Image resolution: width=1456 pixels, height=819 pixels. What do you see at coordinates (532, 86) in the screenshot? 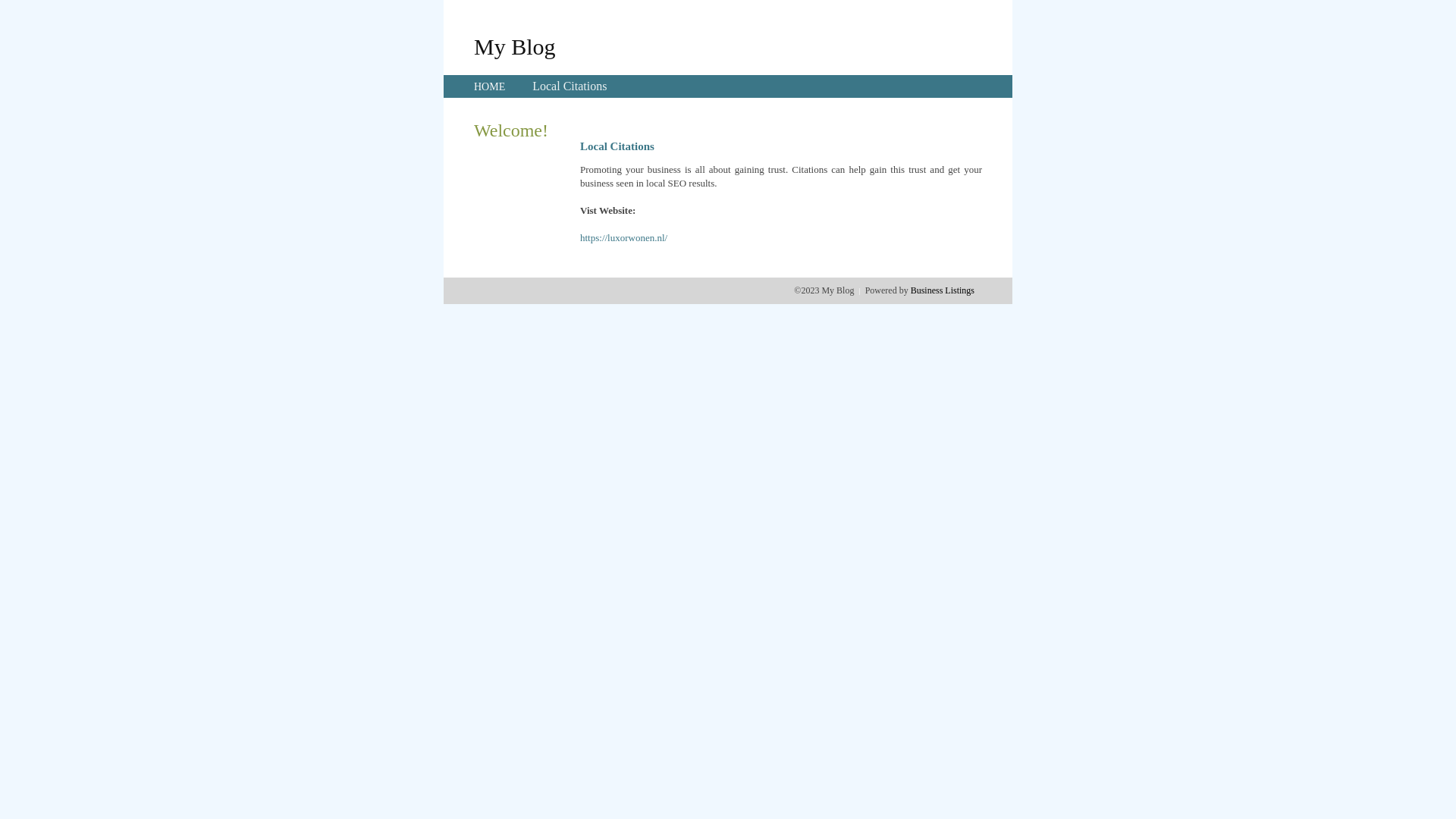
I see `'Local Citations'` at bounding box center [532, 86].